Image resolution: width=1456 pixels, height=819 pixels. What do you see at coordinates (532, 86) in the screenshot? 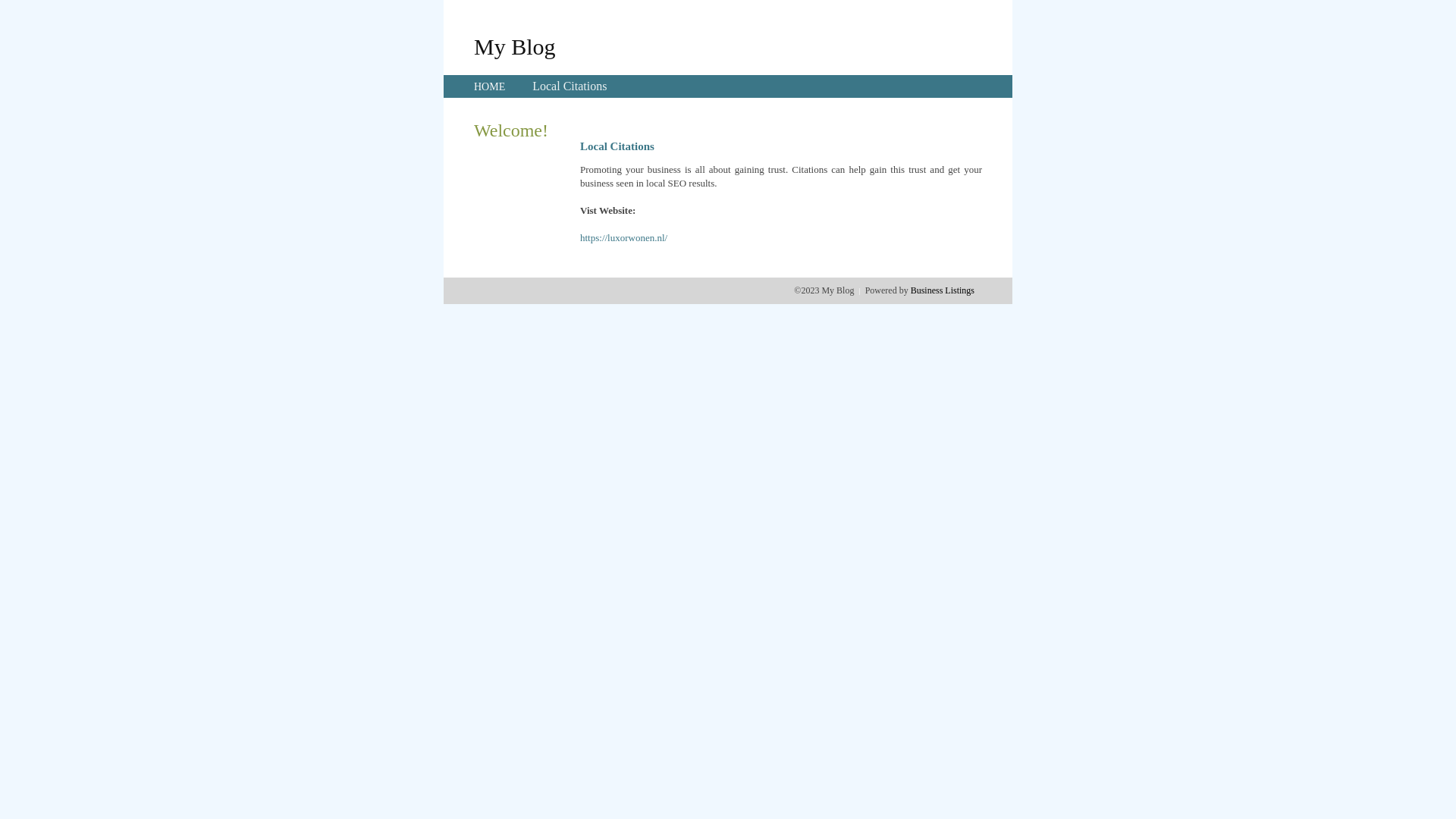
I see `'Local Citations'` at bounding box center [532, 86].